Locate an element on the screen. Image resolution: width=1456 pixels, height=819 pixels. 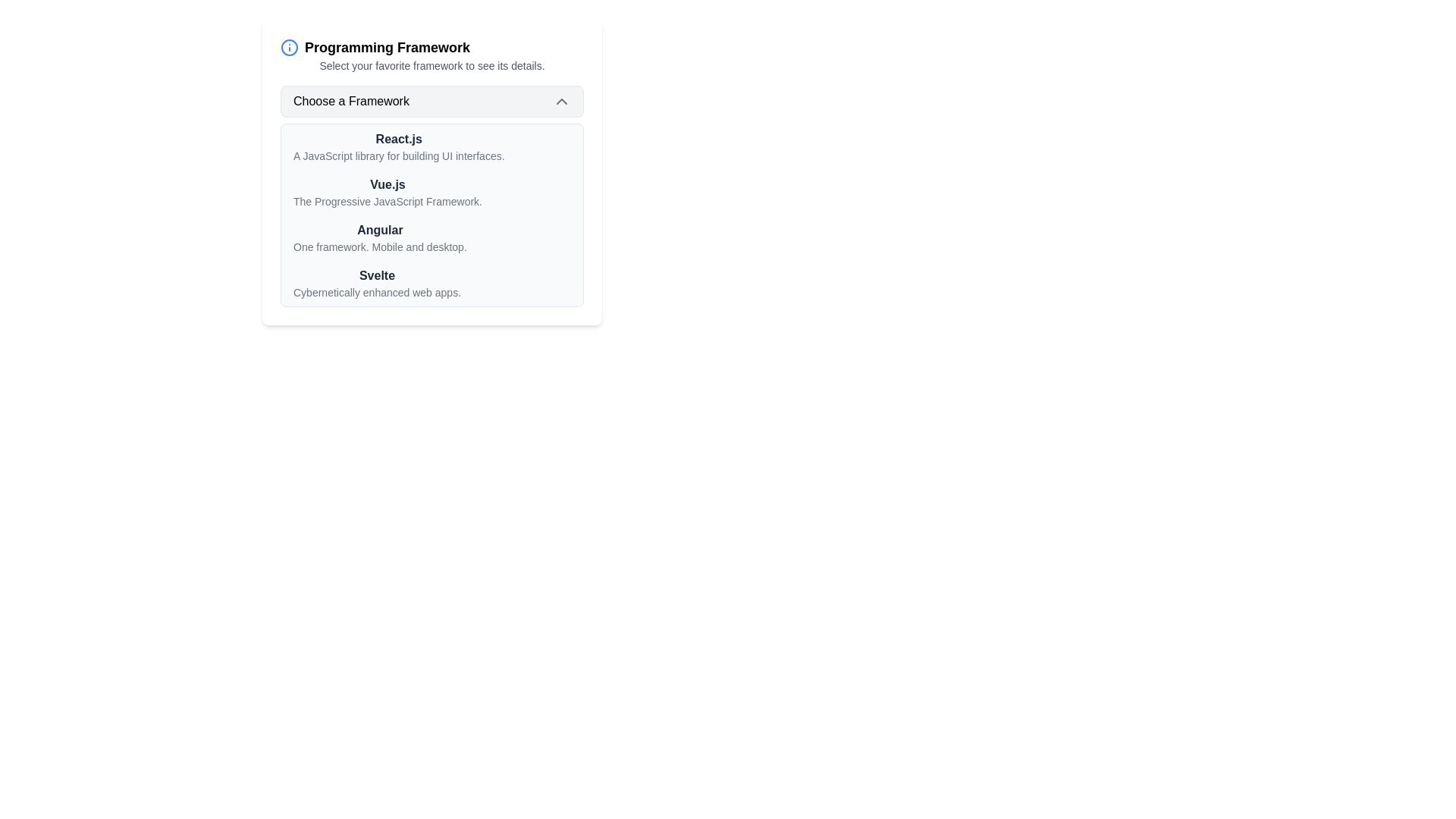
the Informational display showcasing information about the Angular framework, which is positioned between 'Vue.js' and 'Svelte' in the vertical list of programming frameworks is located at coordinates (380, 237).